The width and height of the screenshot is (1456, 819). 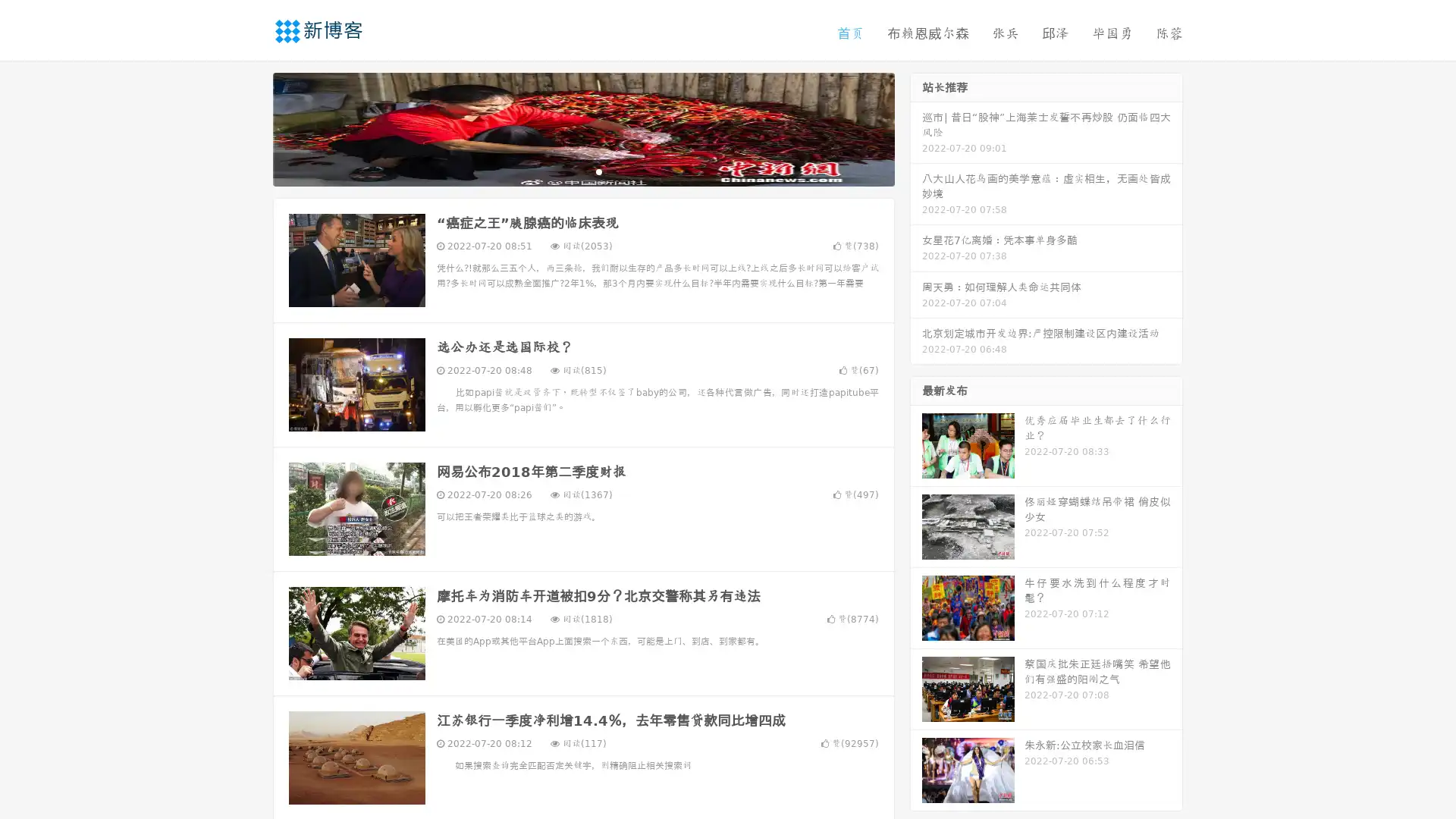 I want to click on Previous slide, so click(x=250, y=127).